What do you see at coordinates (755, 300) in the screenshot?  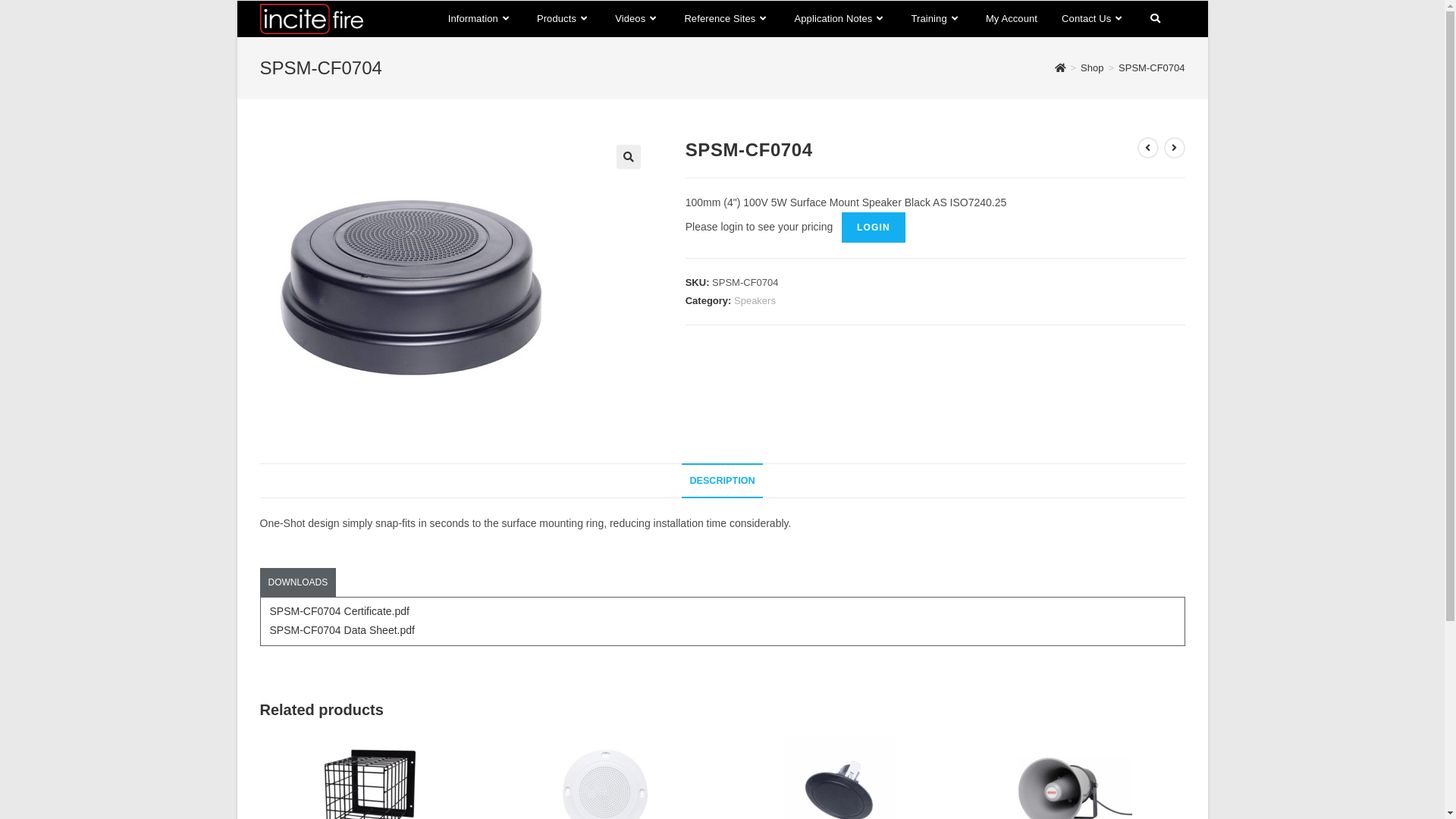 I see `'Speakers'` at bounding box center [755, 300].